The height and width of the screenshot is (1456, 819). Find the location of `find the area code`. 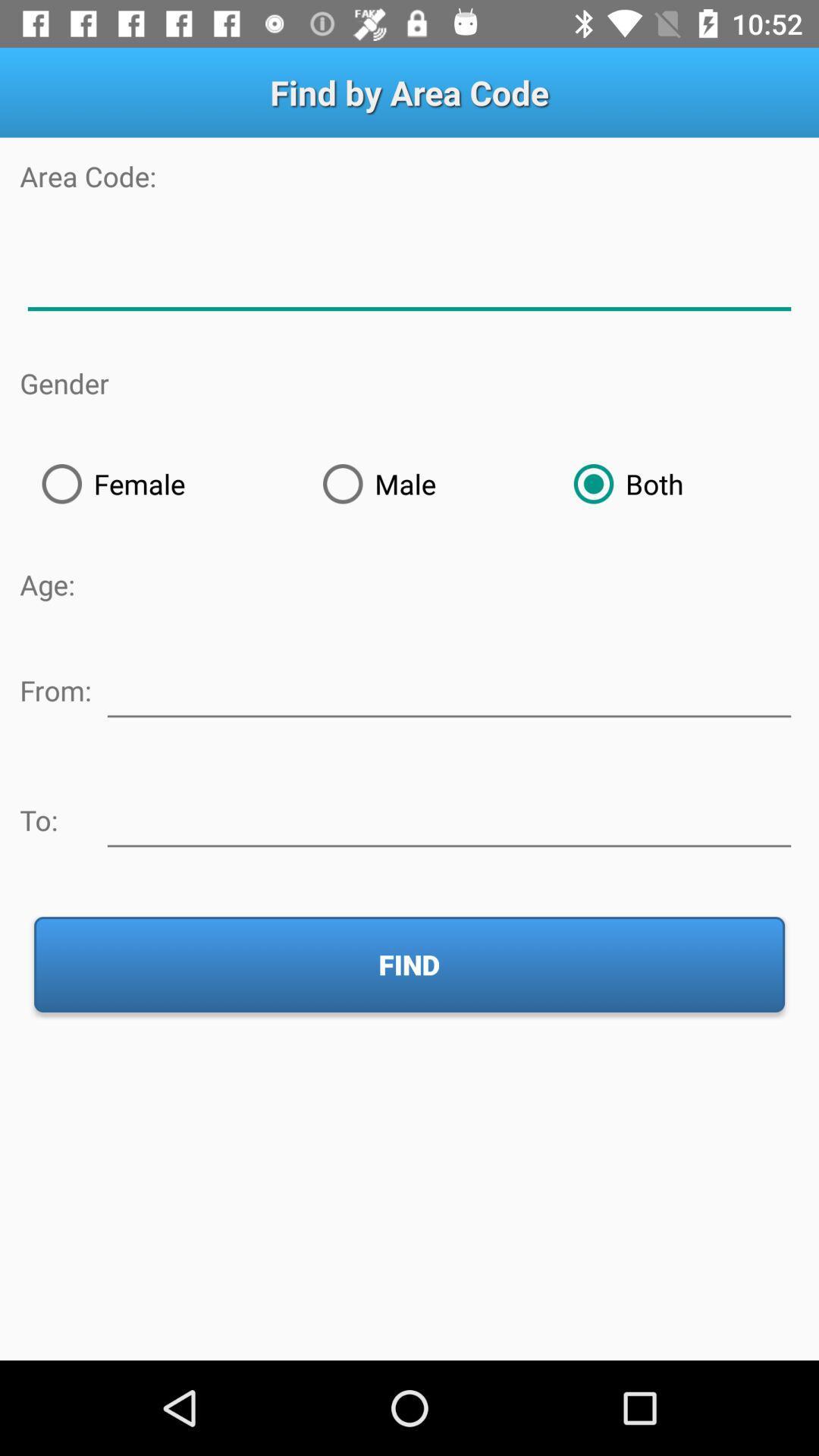

find the area code is located at coordinates (409, 280).